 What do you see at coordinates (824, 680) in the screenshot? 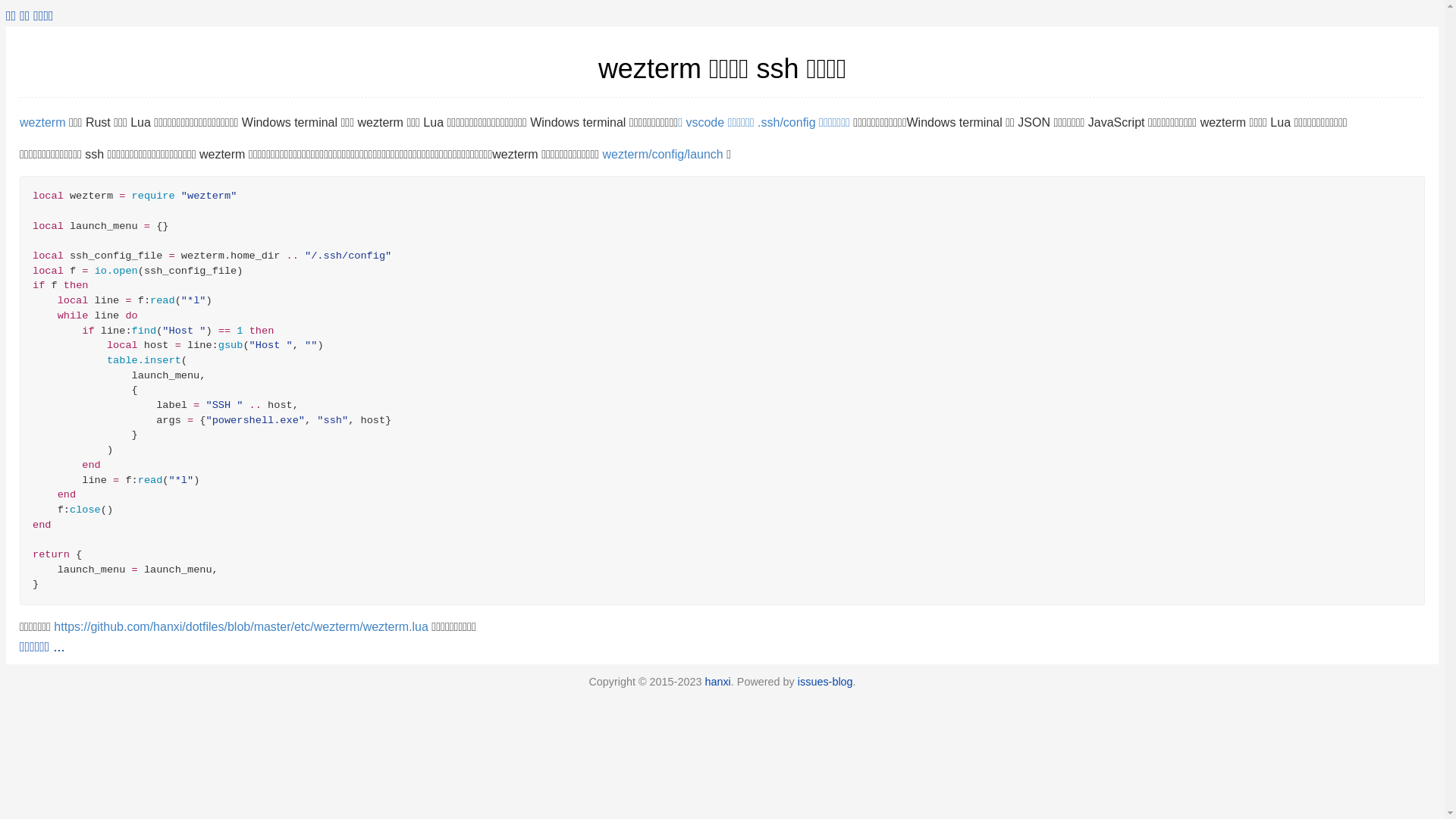
I see `'issues-blog'` at bounding box center [824, 680].